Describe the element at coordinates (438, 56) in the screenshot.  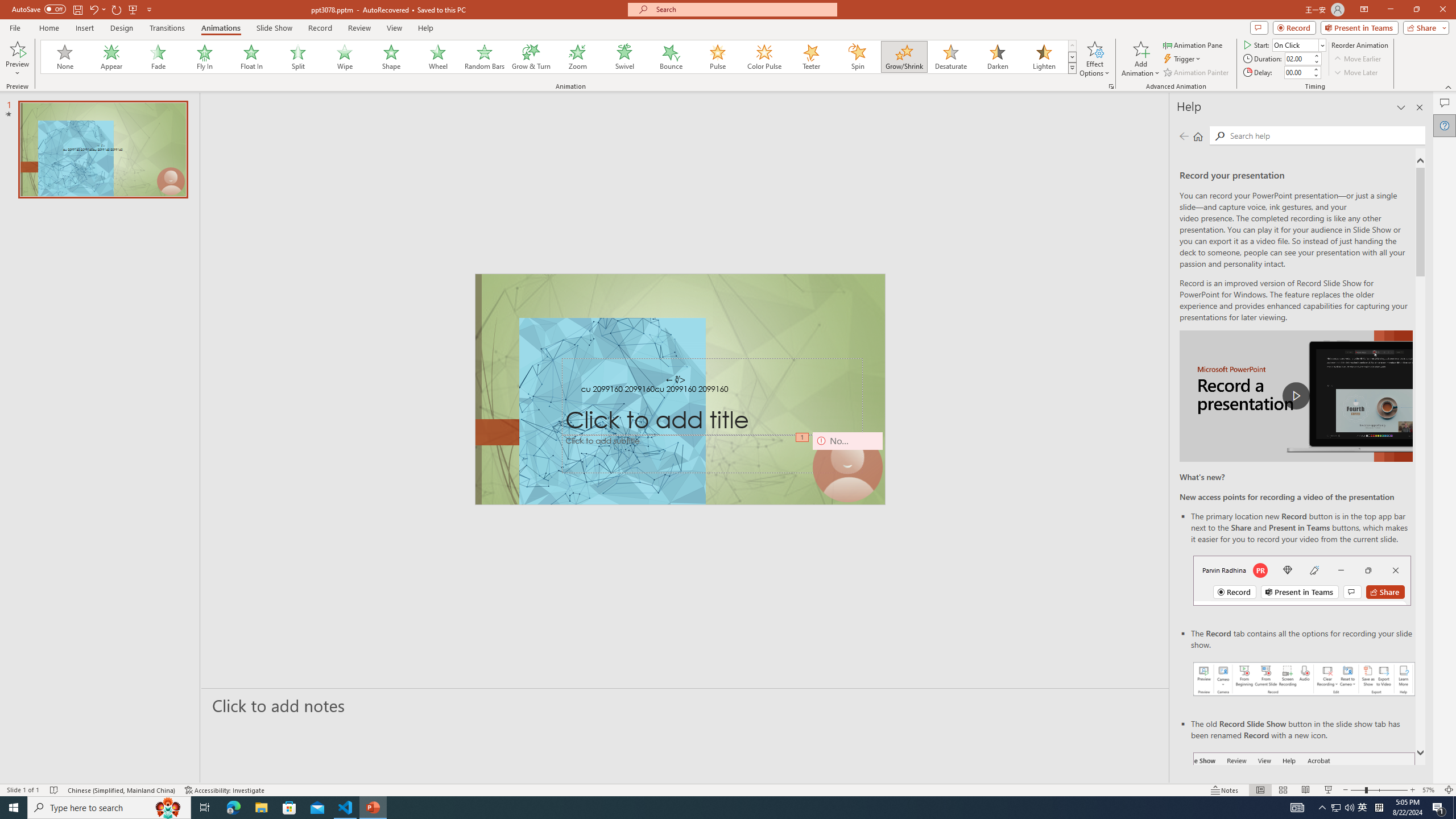
I see `'Wheel'` at that location.